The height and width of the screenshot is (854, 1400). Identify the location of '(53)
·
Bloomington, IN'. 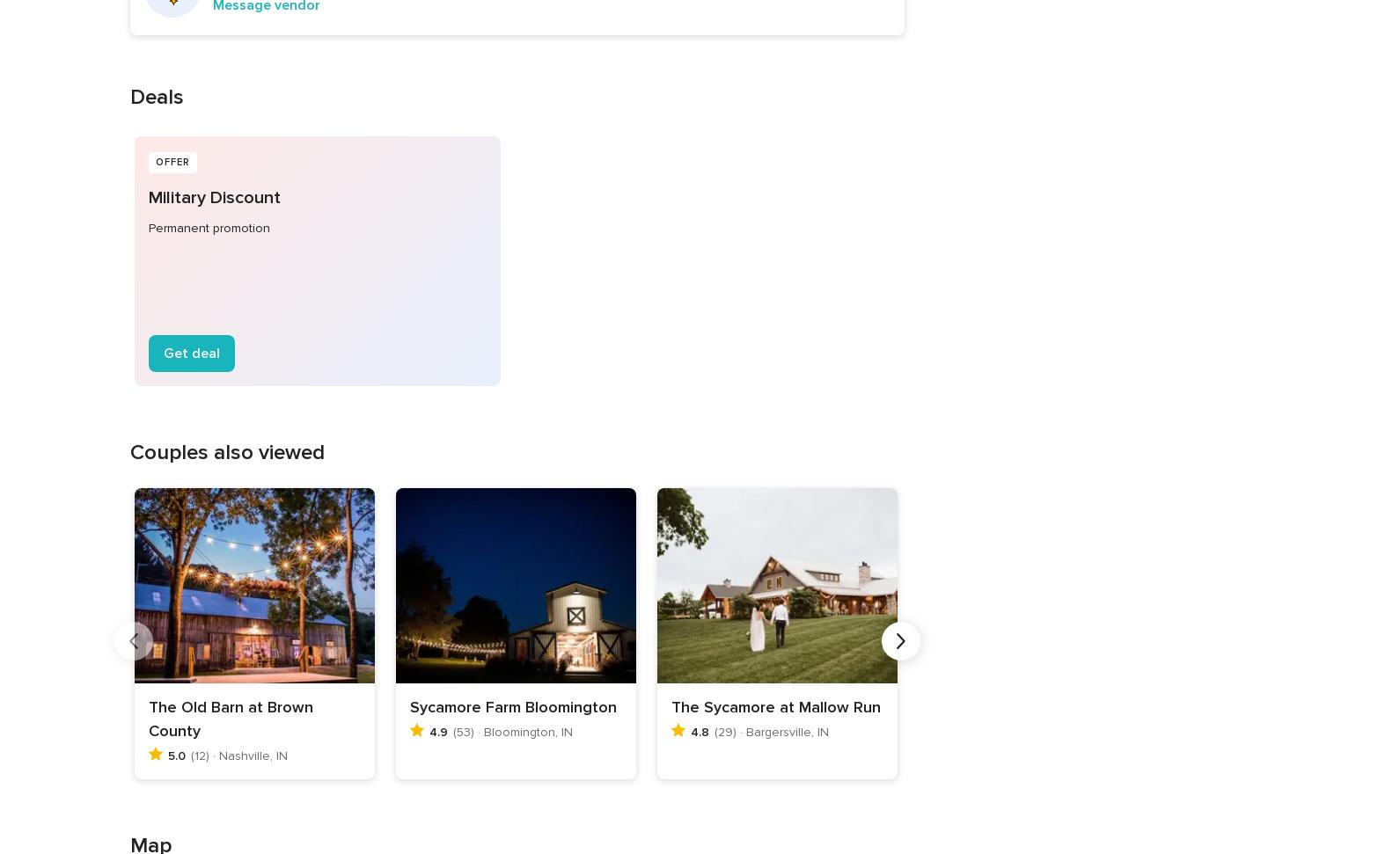
(448, 731).